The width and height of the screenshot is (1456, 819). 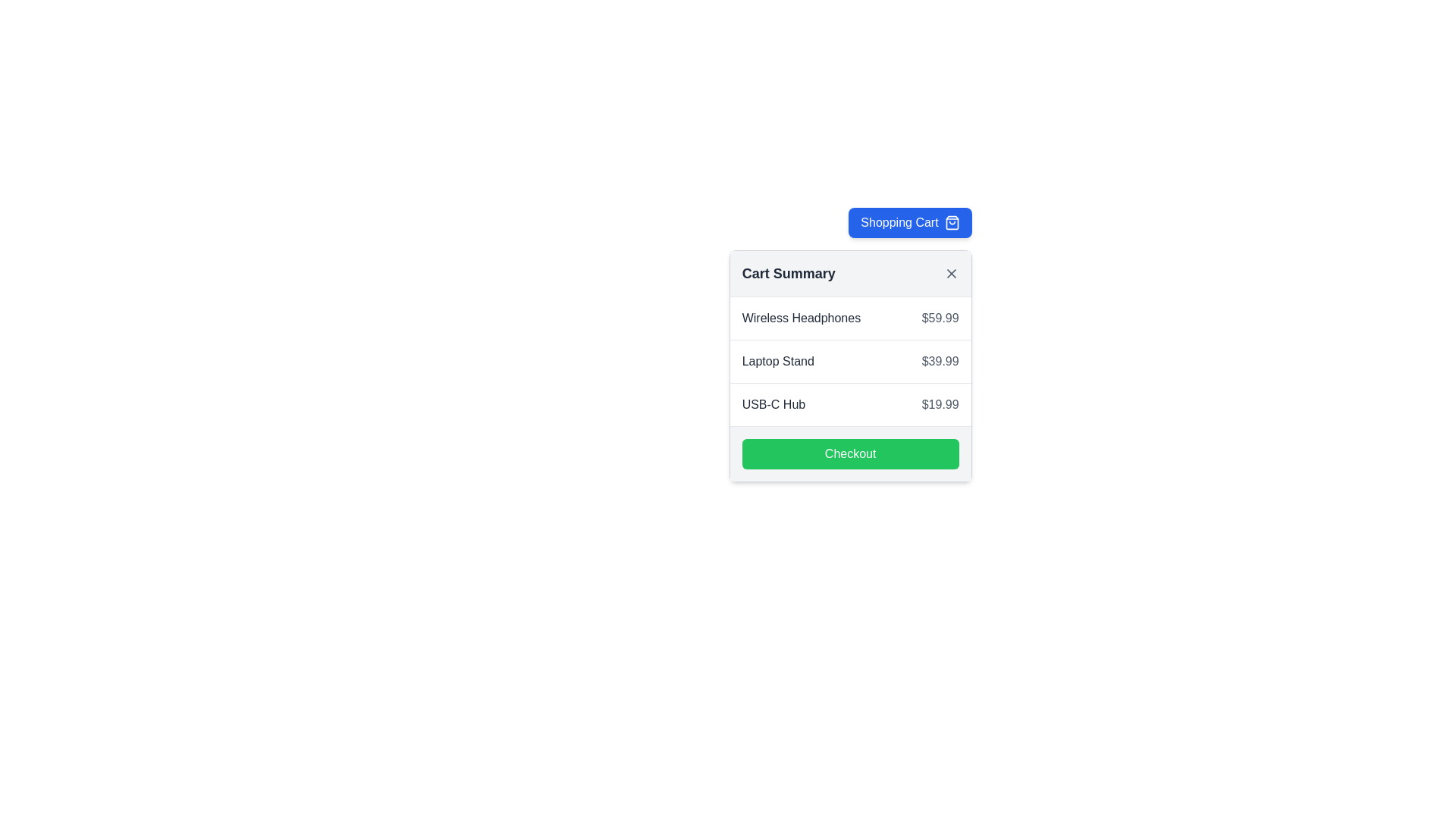 What do you see at coordinates (940, 362) in the screenshot?
I see `the Text Label displaying the price of the item next to 'Laptop Stand' in the shopping cart list` at bounding box center [940, 362].